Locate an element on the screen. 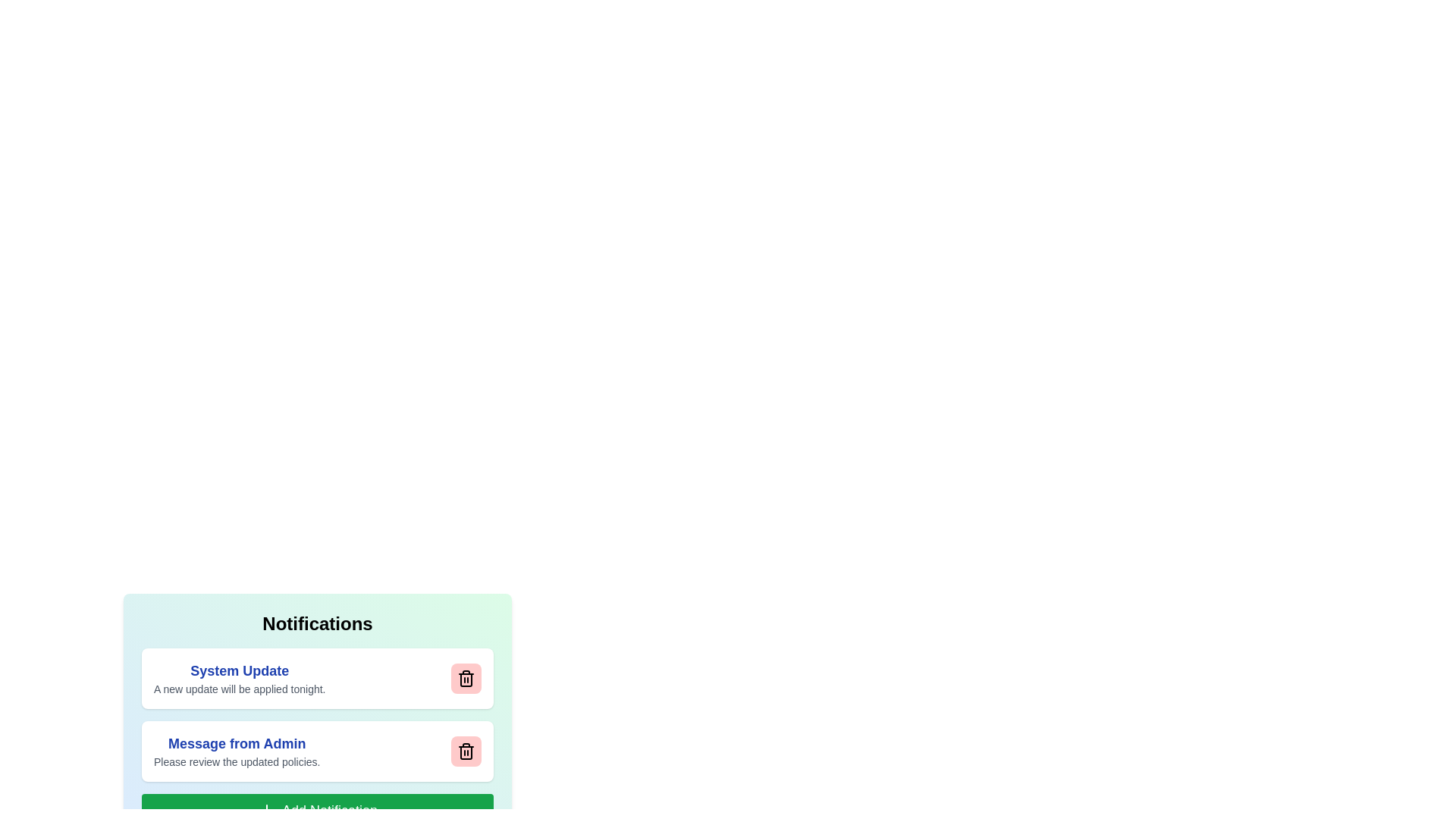 This screenshot has height=819, width=1456. 'Add Notification' button to add a new notification is located at coordinates (316, 809).